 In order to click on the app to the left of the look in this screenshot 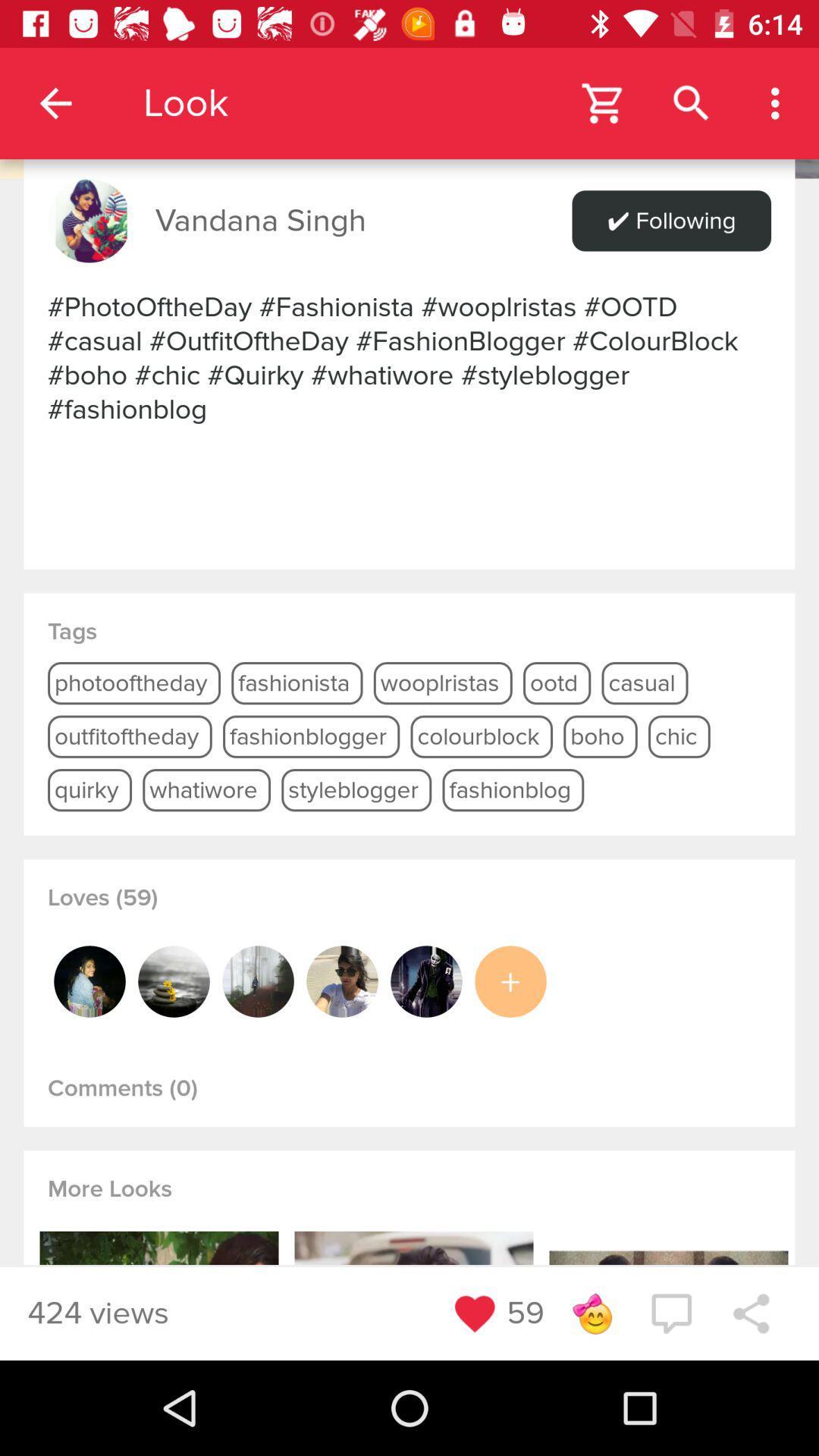, I will do `click(55, 102)`.